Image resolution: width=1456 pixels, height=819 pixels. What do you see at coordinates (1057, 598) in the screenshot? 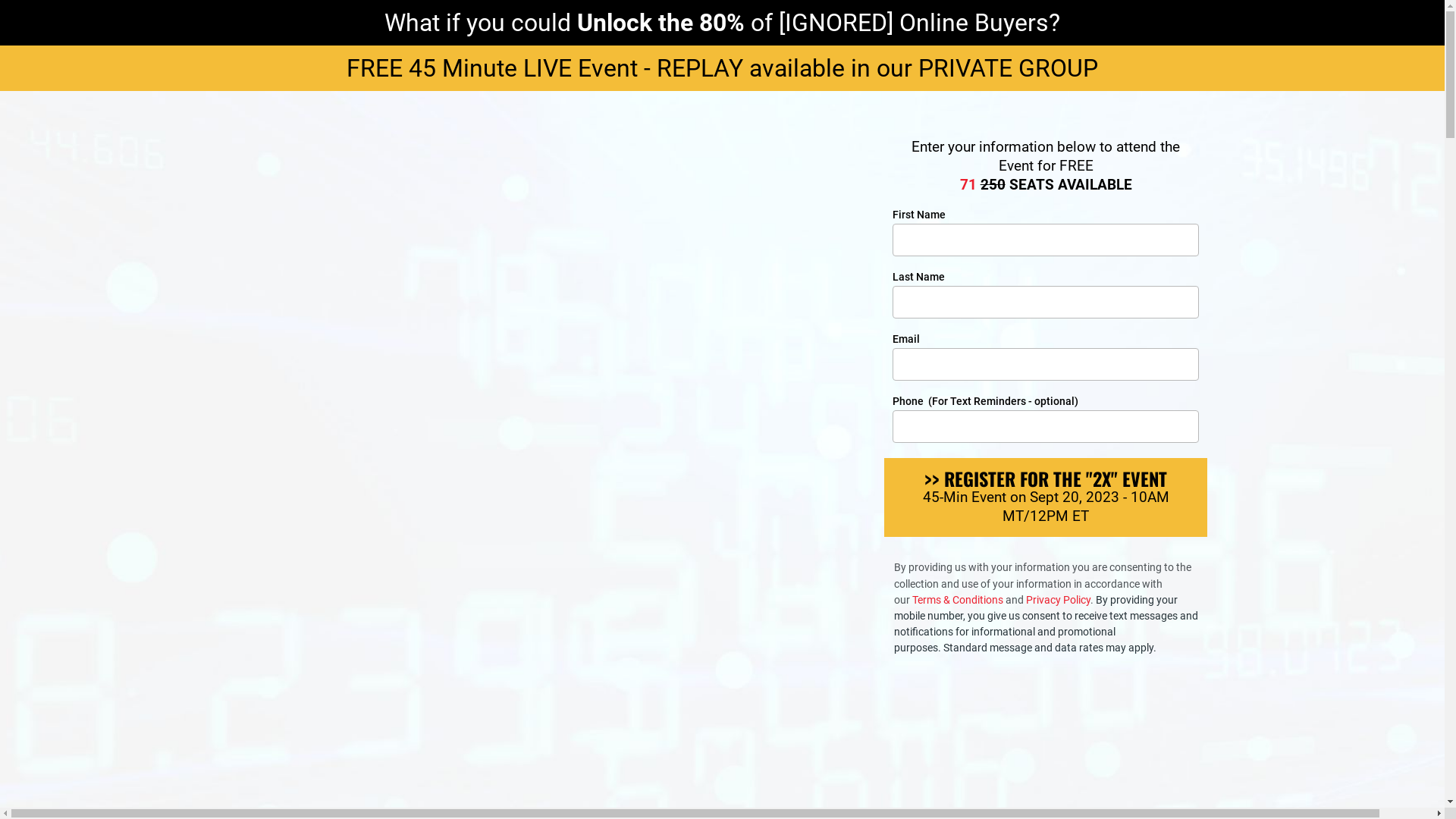
I see `'Privacy Policy'` at bounding box center [1057, 598].